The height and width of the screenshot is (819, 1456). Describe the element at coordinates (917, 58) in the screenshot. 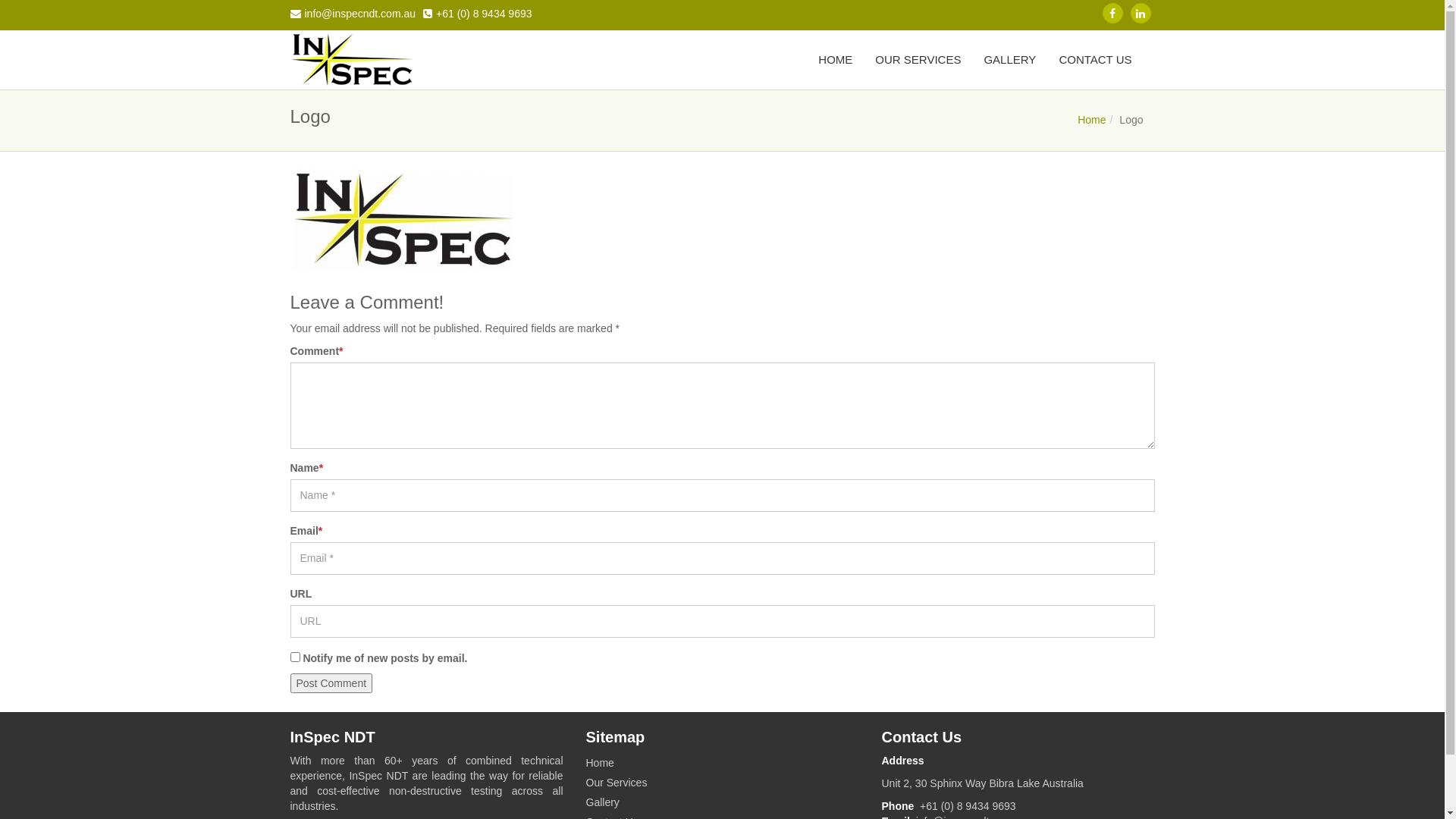

I see `'OUR SERVICES'` at that location.